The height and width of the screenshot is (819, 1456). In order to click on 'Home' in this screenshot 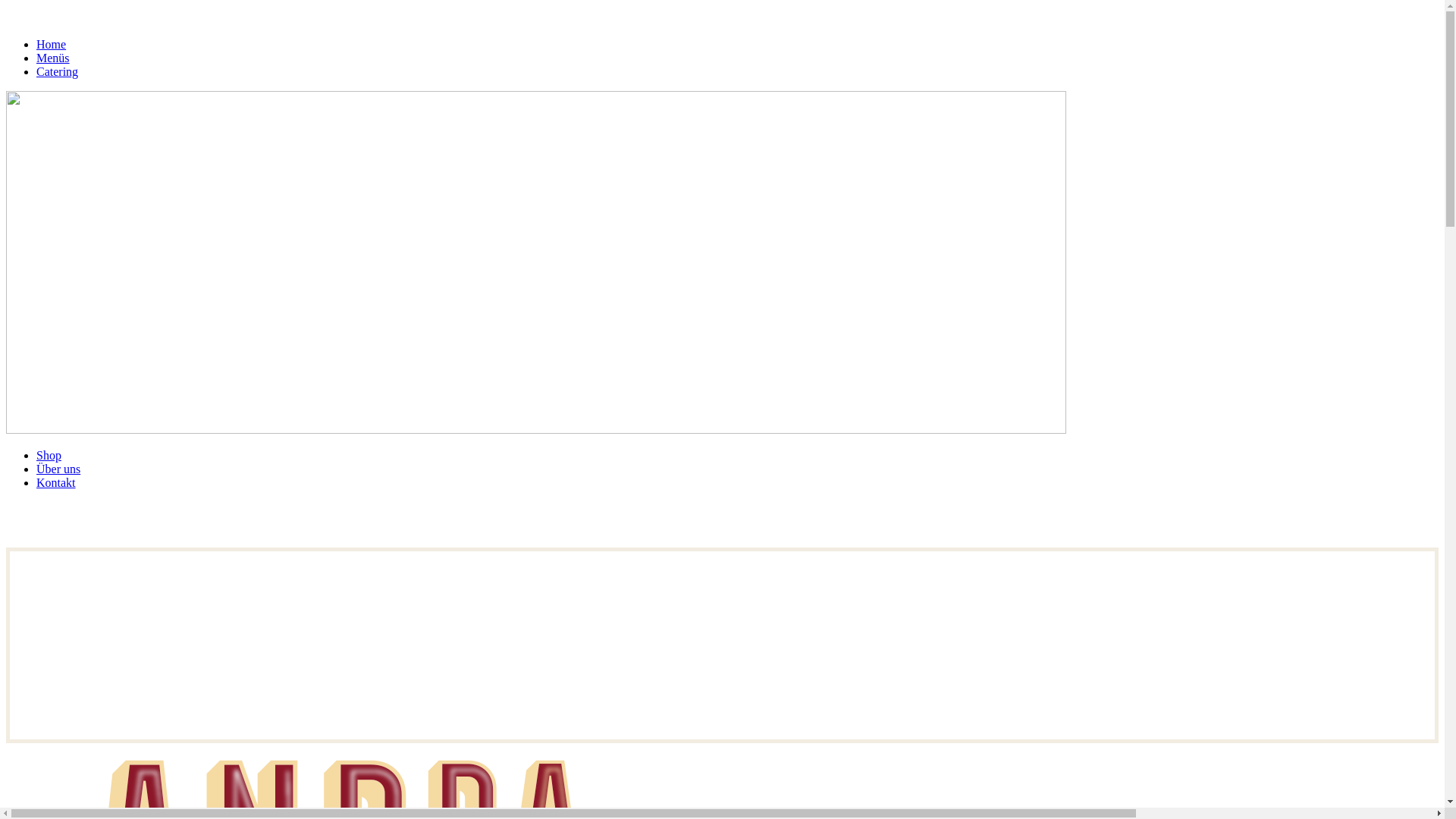, I will do `click(51, 43)`.